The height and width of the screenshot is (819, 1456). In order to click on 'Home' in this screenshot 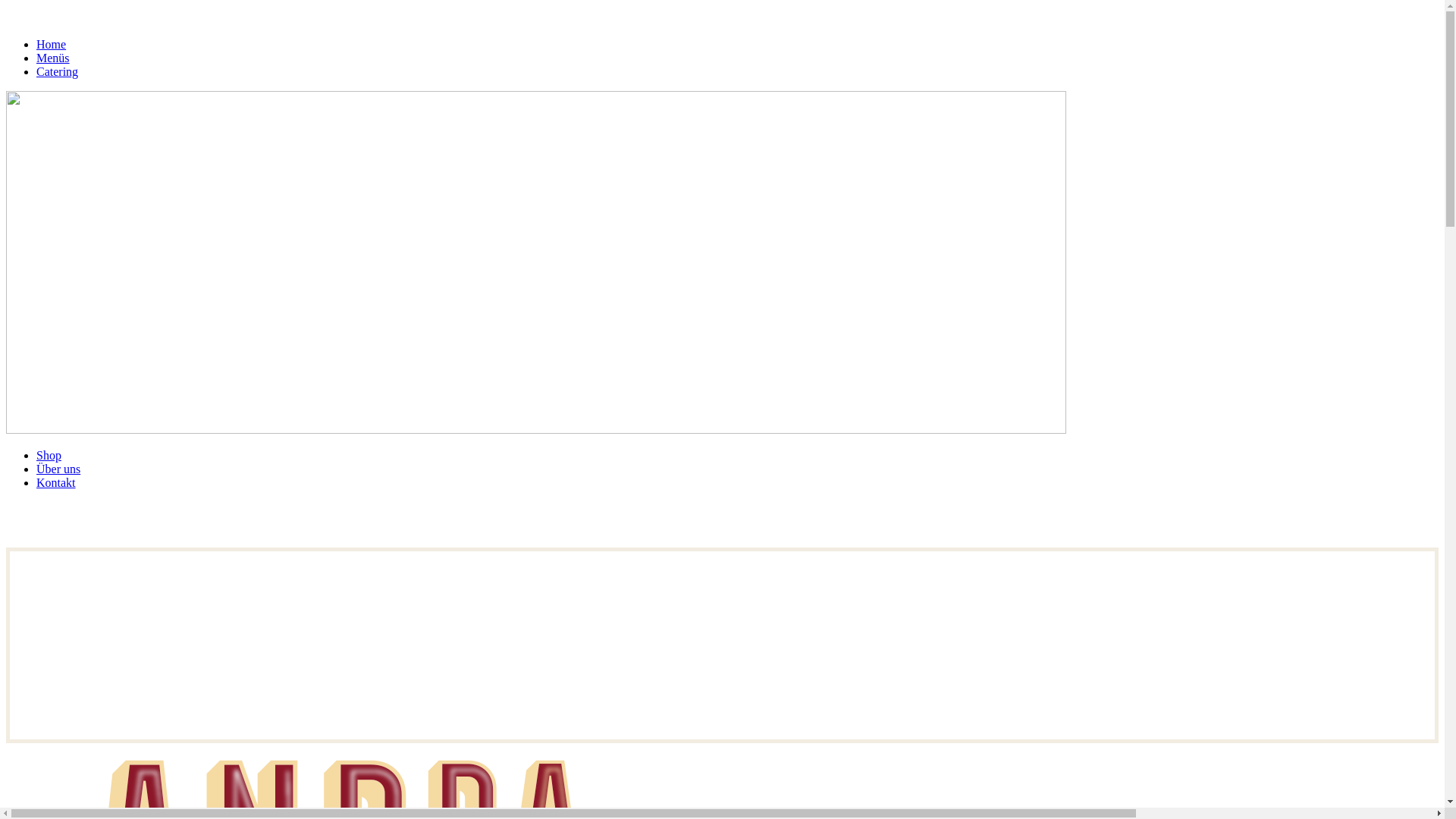, I will do `click(51, 43)`.